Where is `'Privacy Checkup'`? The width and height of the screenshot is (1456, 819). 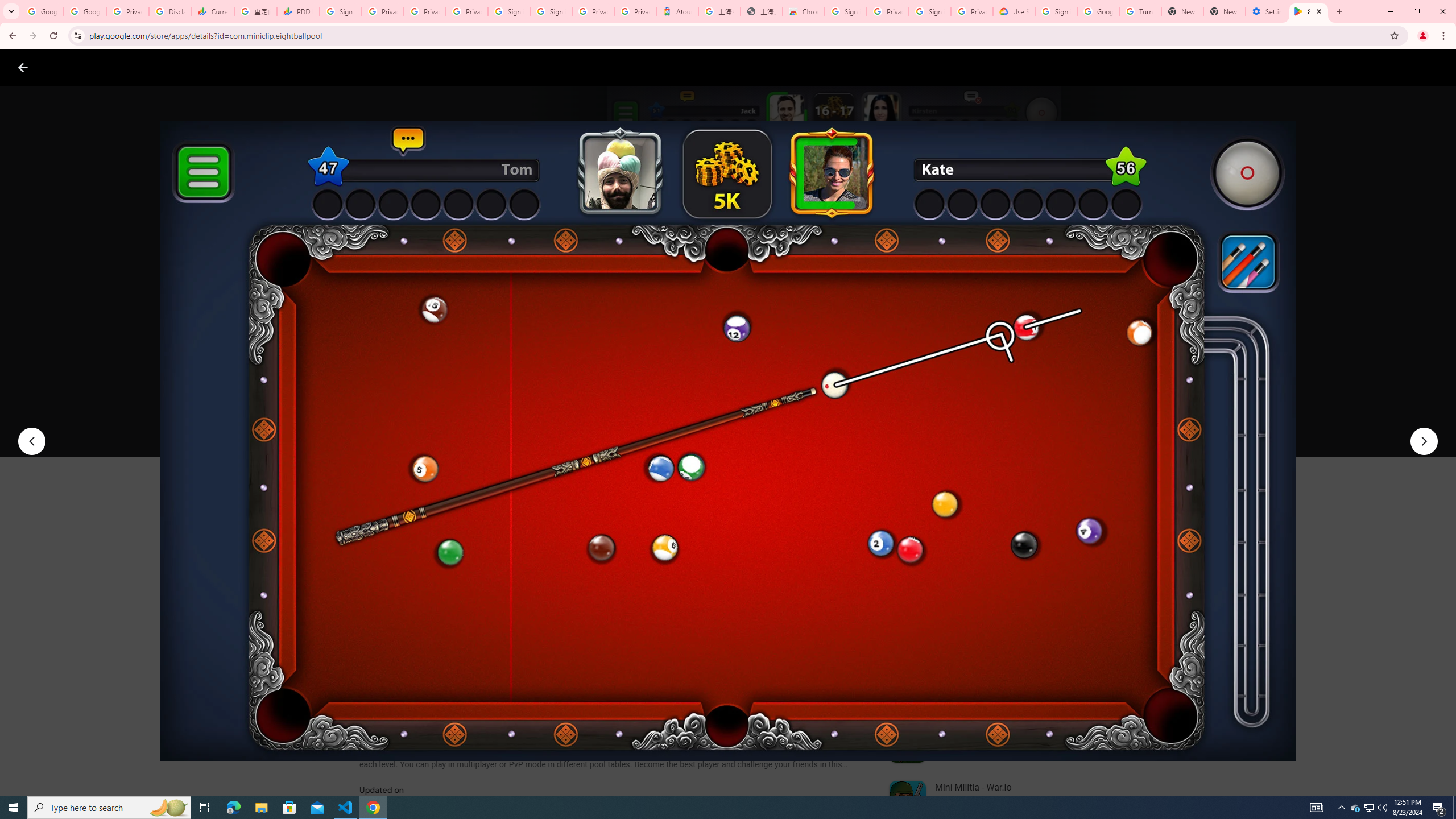 'Privacy Checkup' is located at coordinates (424, 11).